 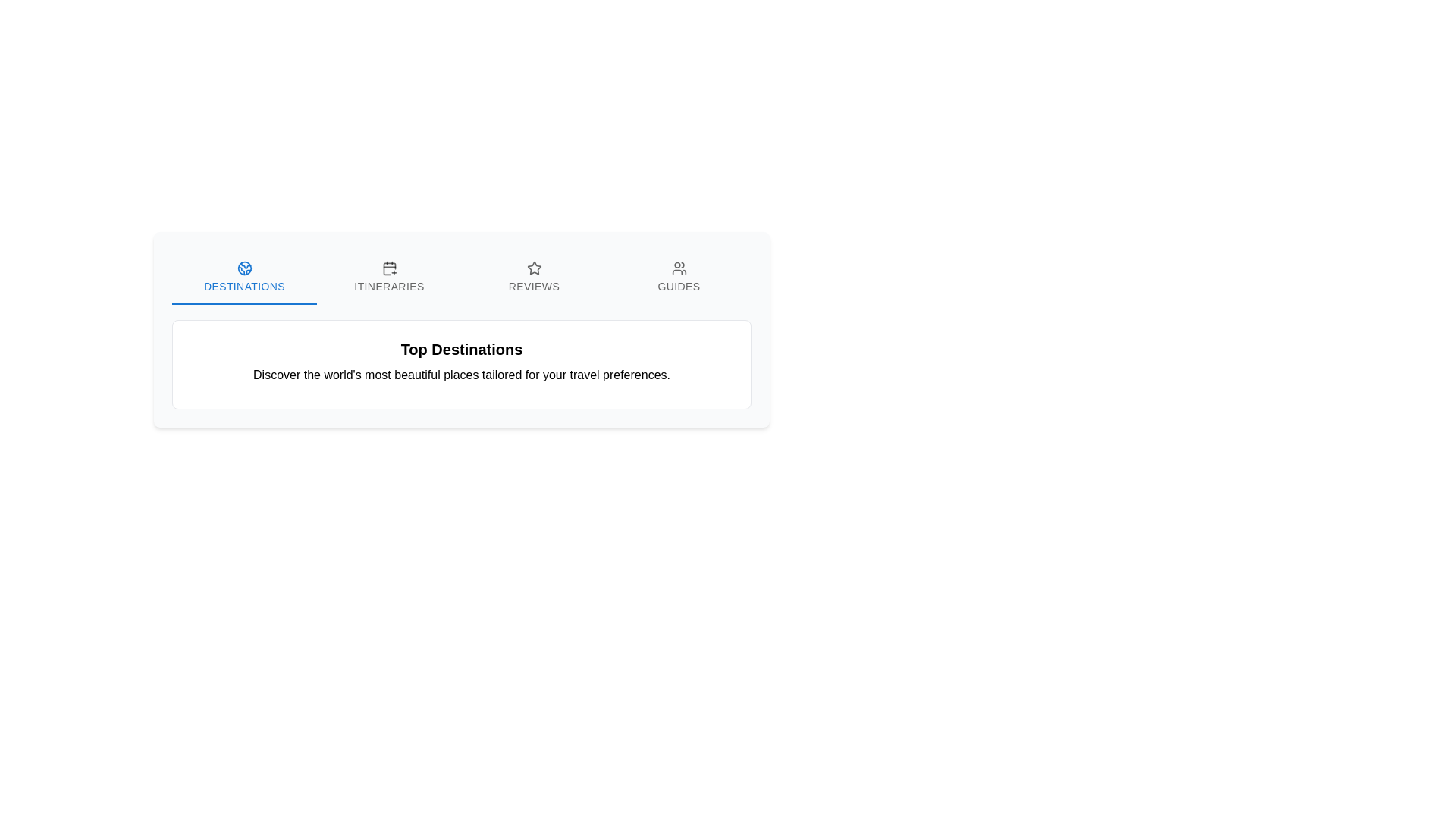 What do you see at coordinates (534, 268) in the screenshot?
I see `the star-shaped icon to the left of the 'Reviews' tab label in the tab navigation section` at bounding box center [534, 268].